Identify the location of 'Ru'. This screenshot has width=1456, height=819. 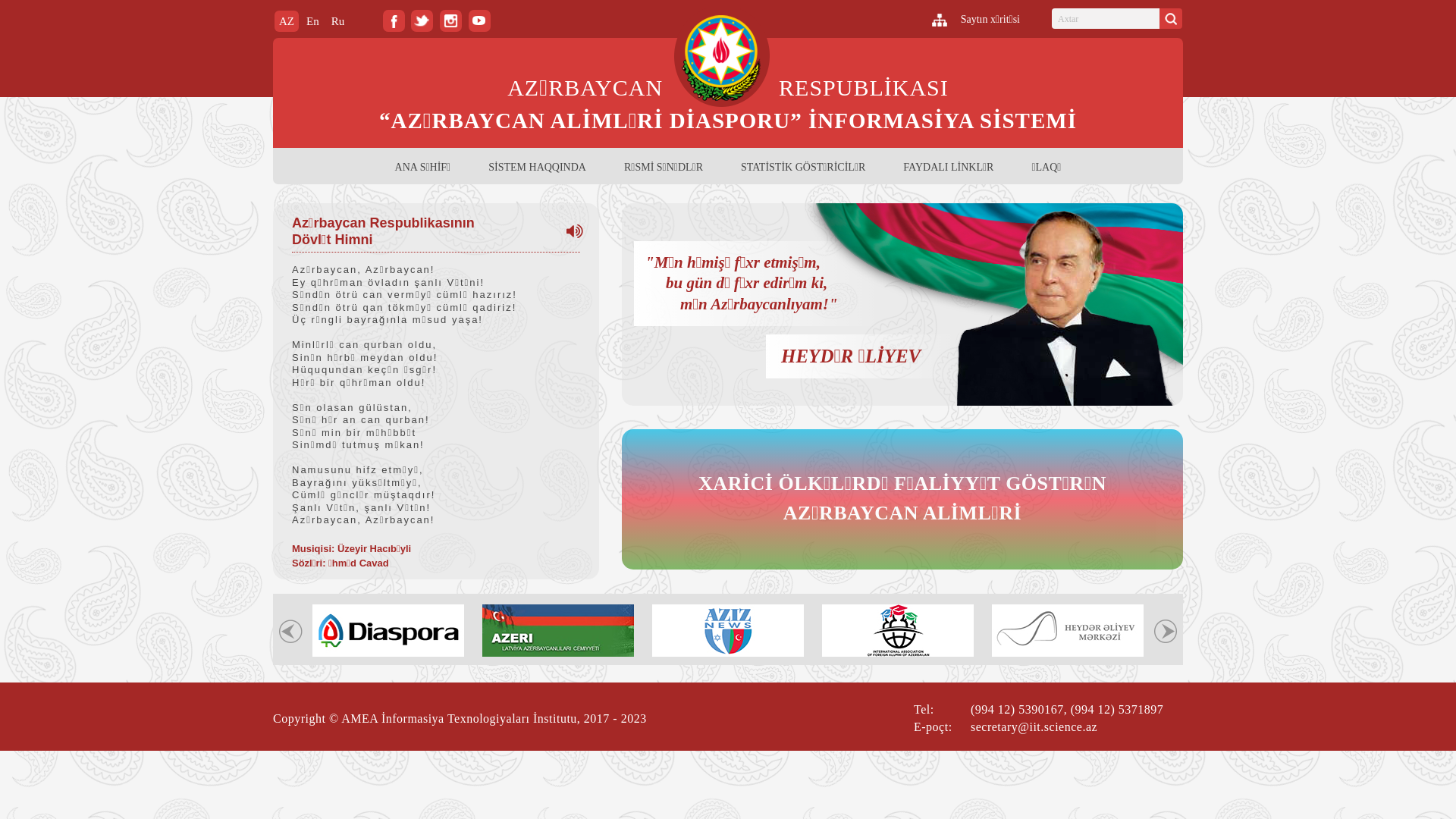
(337, 20).